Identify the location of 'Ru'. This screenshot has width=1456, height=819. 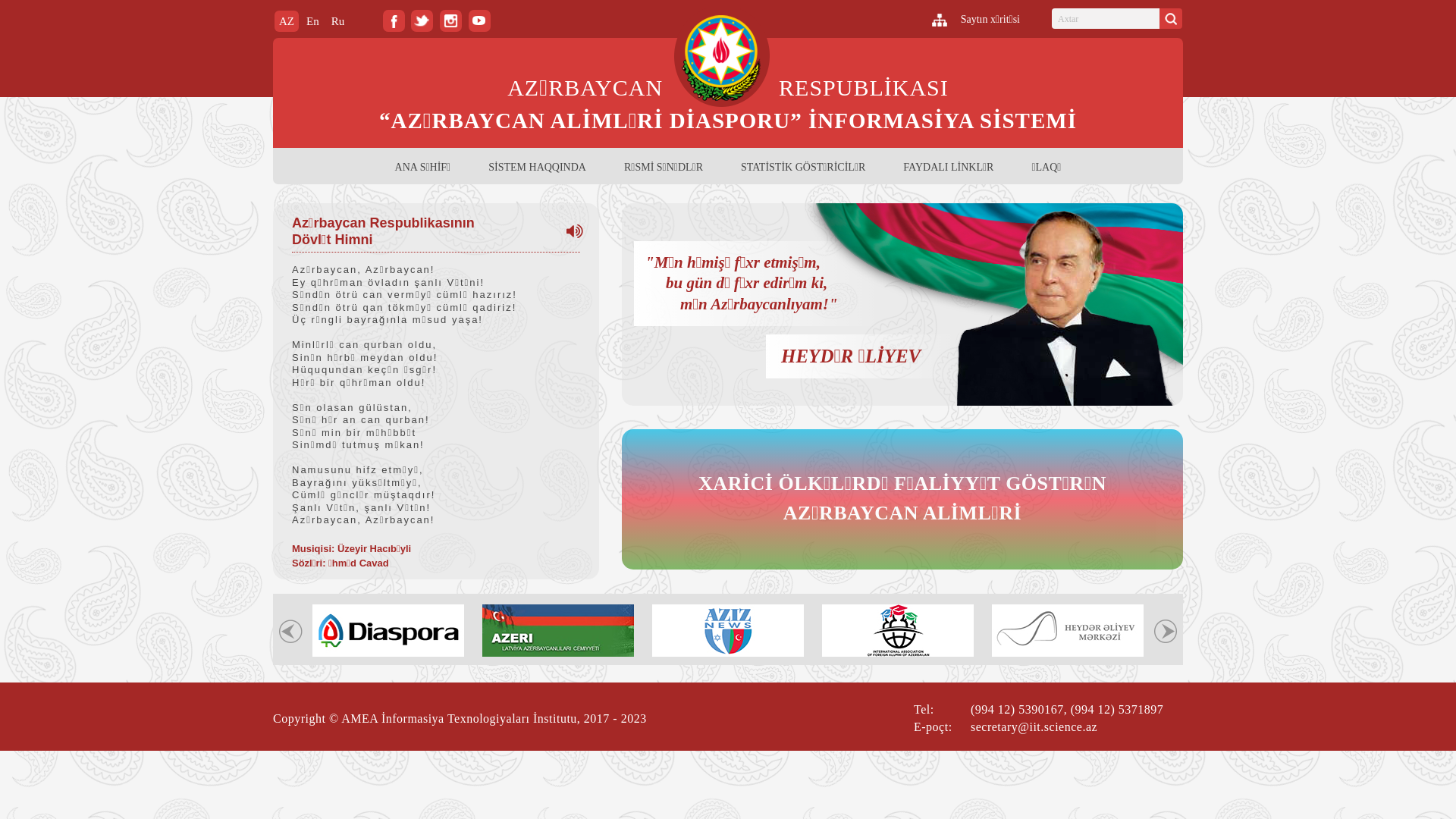
(337, 20).